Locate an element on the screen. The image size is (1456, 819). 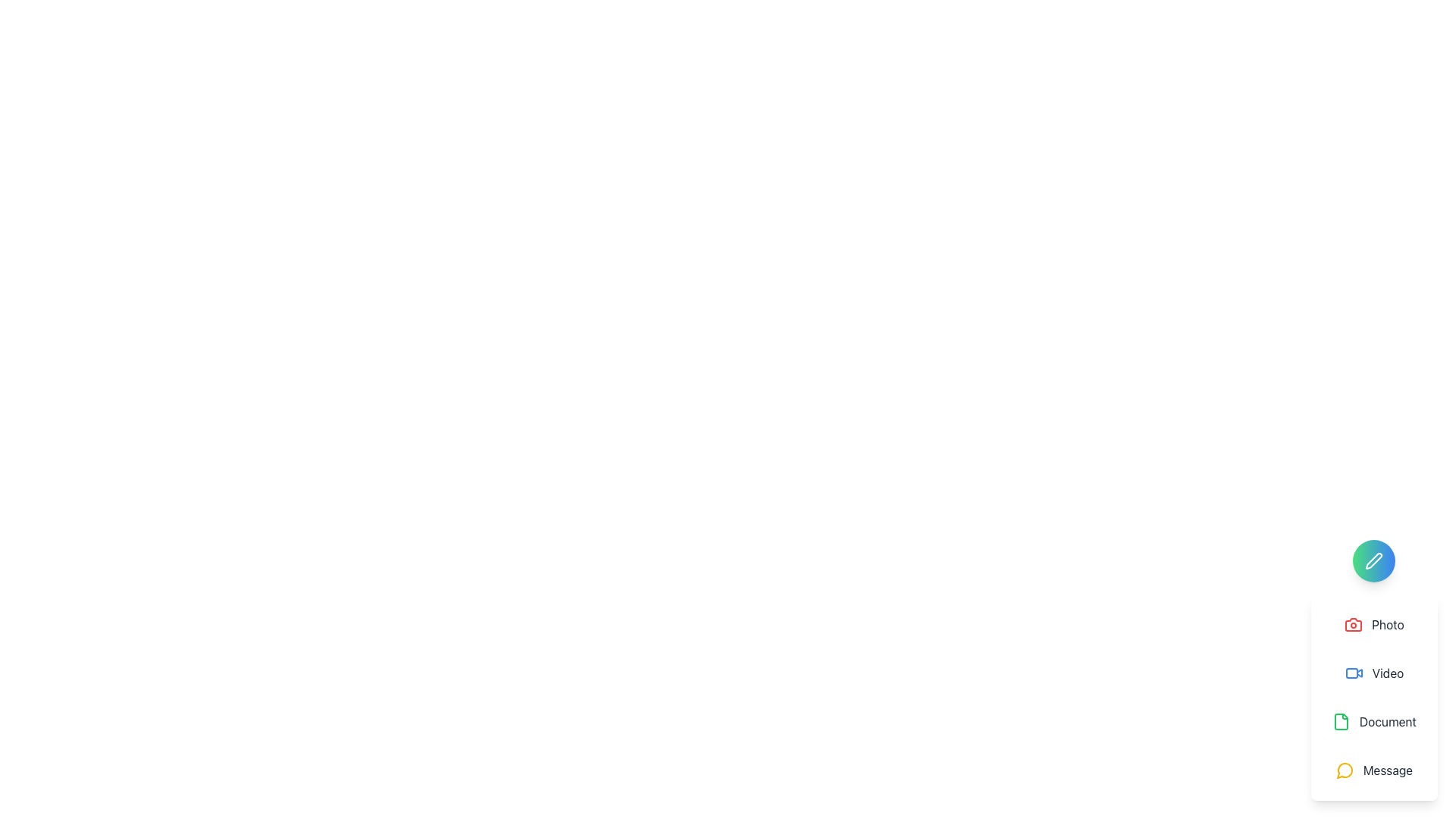
the 'Video' menu item icon is located at coordinates (1354, 672).